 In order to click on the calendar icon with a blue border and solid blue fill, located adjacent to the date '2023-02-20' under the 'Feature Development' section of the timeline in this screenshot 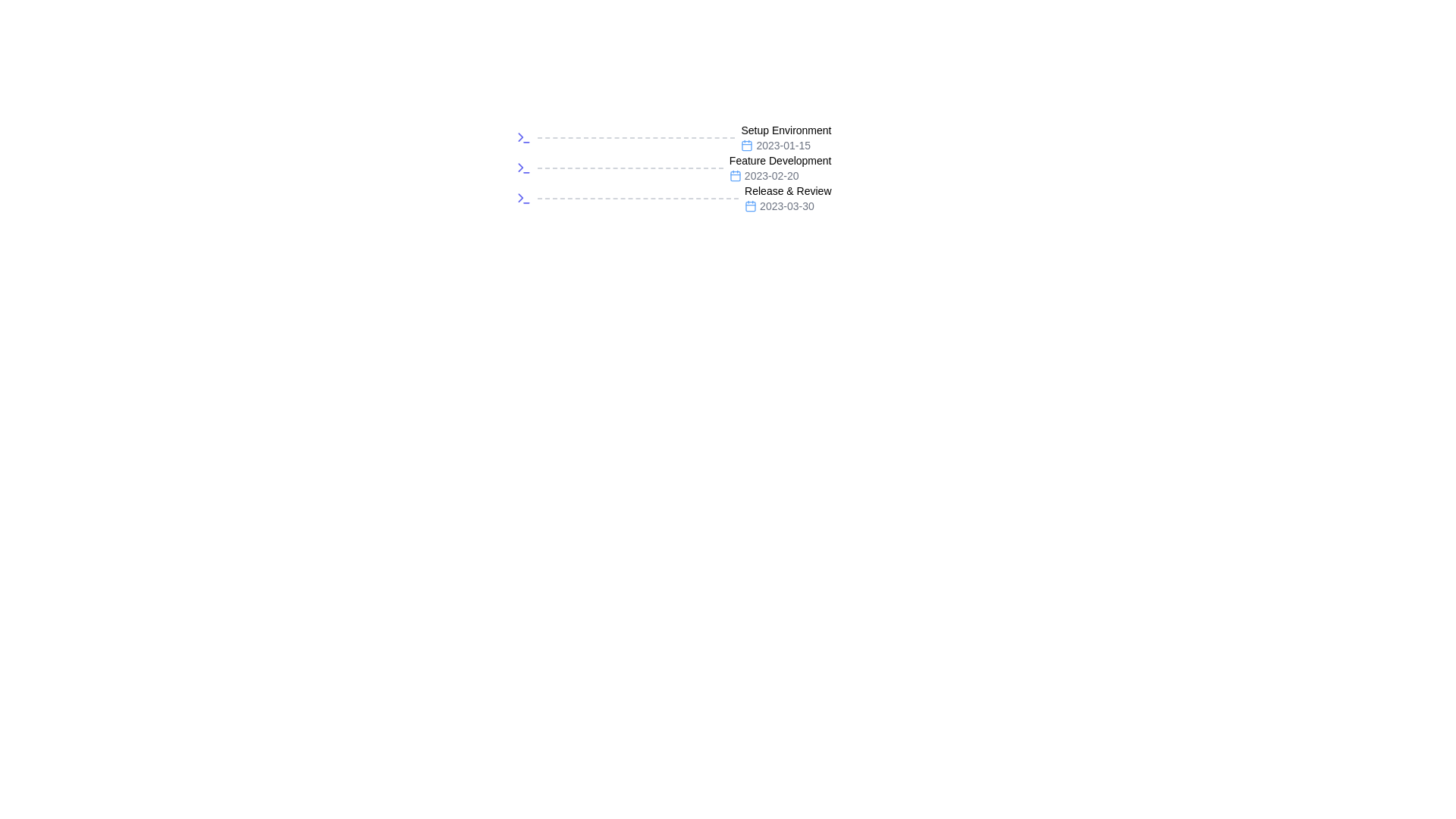, I will do `click(735, 175)`.